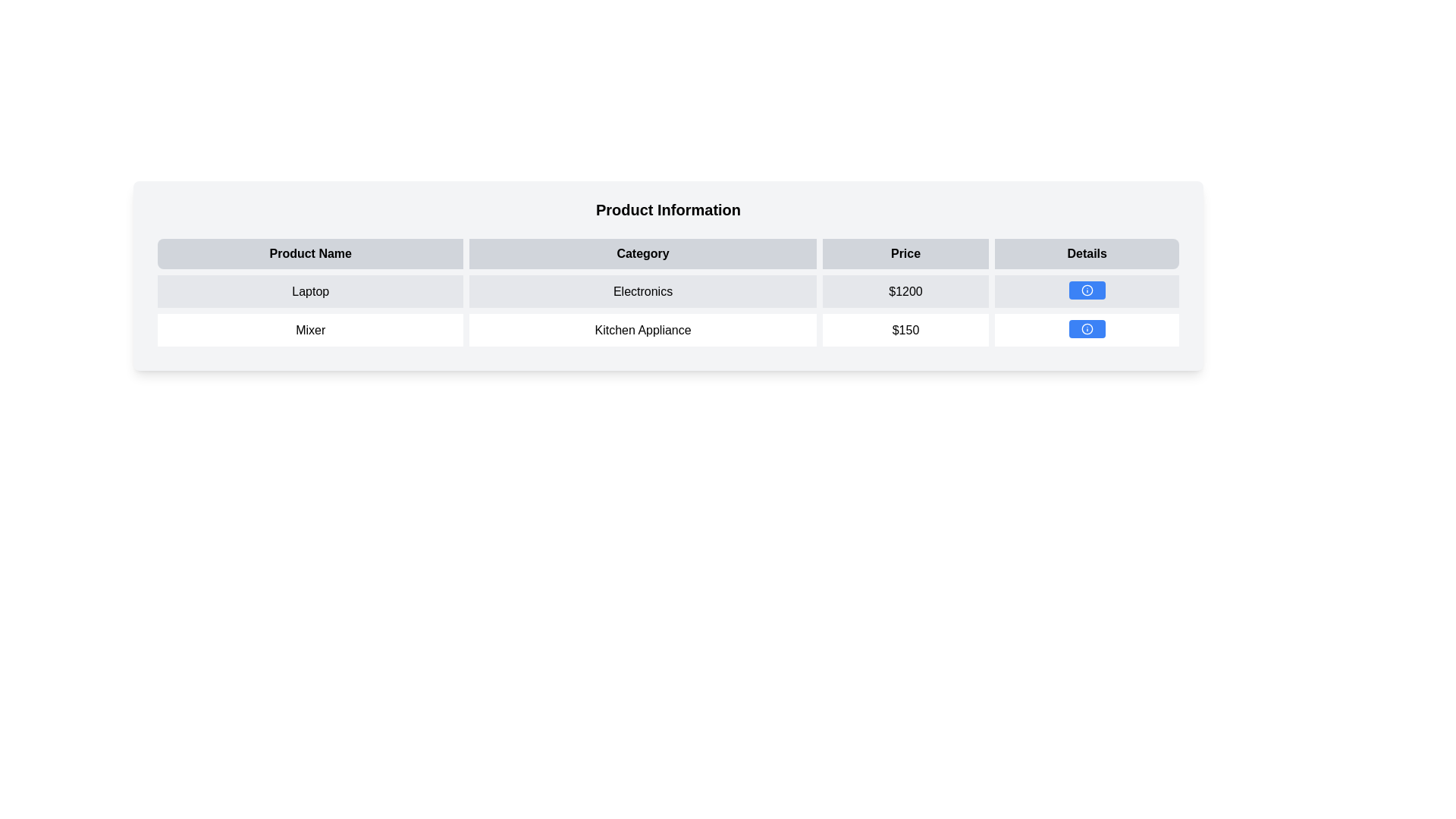 The height and width of the screenshot is (819, 1456). Describe the element at coordinates (1086, 329) in the screenshot. I see `the blue button with a white circular icon in the 'Details' column of the 'Mixer' product row` at that location.